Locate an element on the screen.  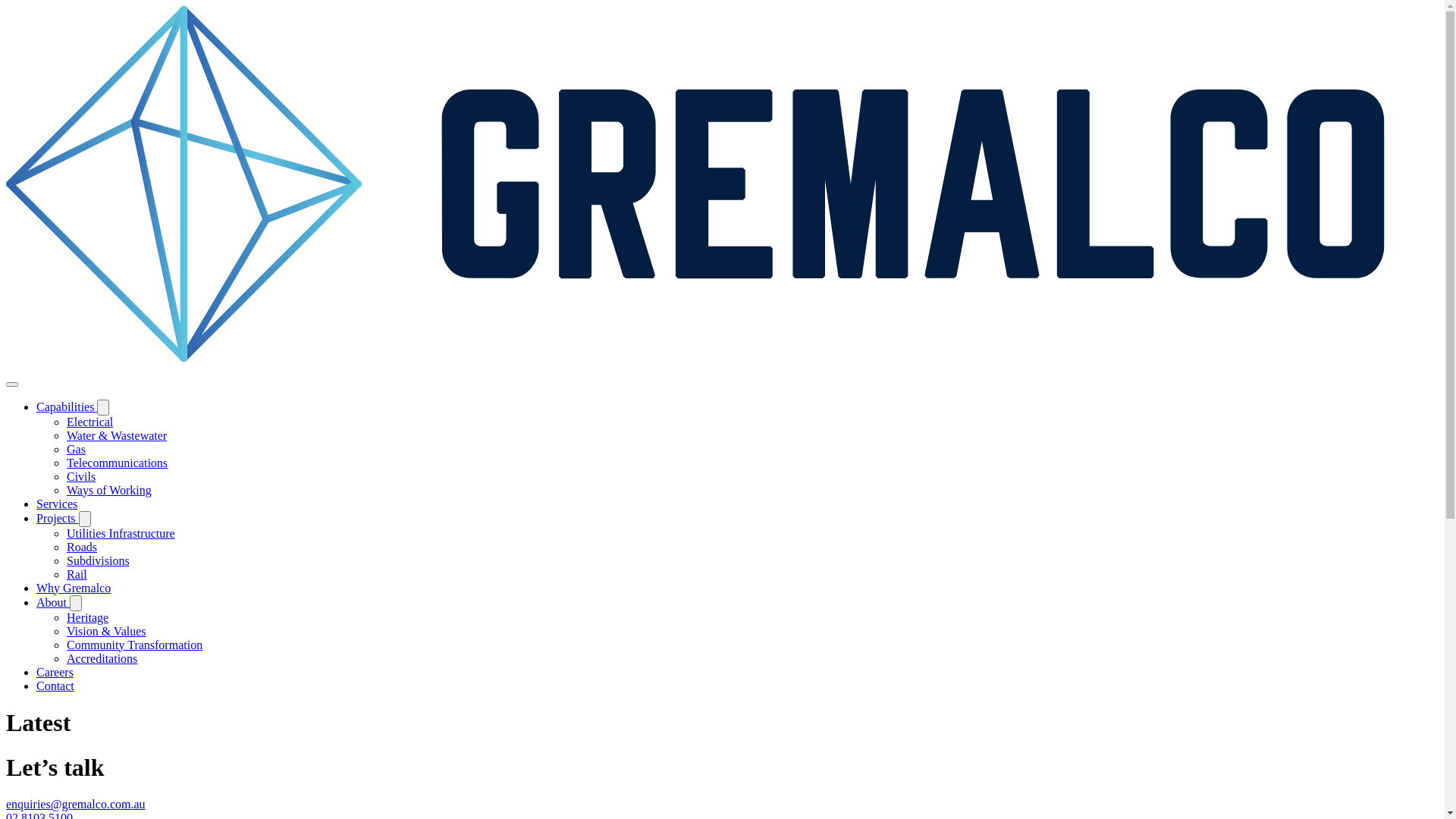
'Why Gremalco' is located at coordinates (72, 587).